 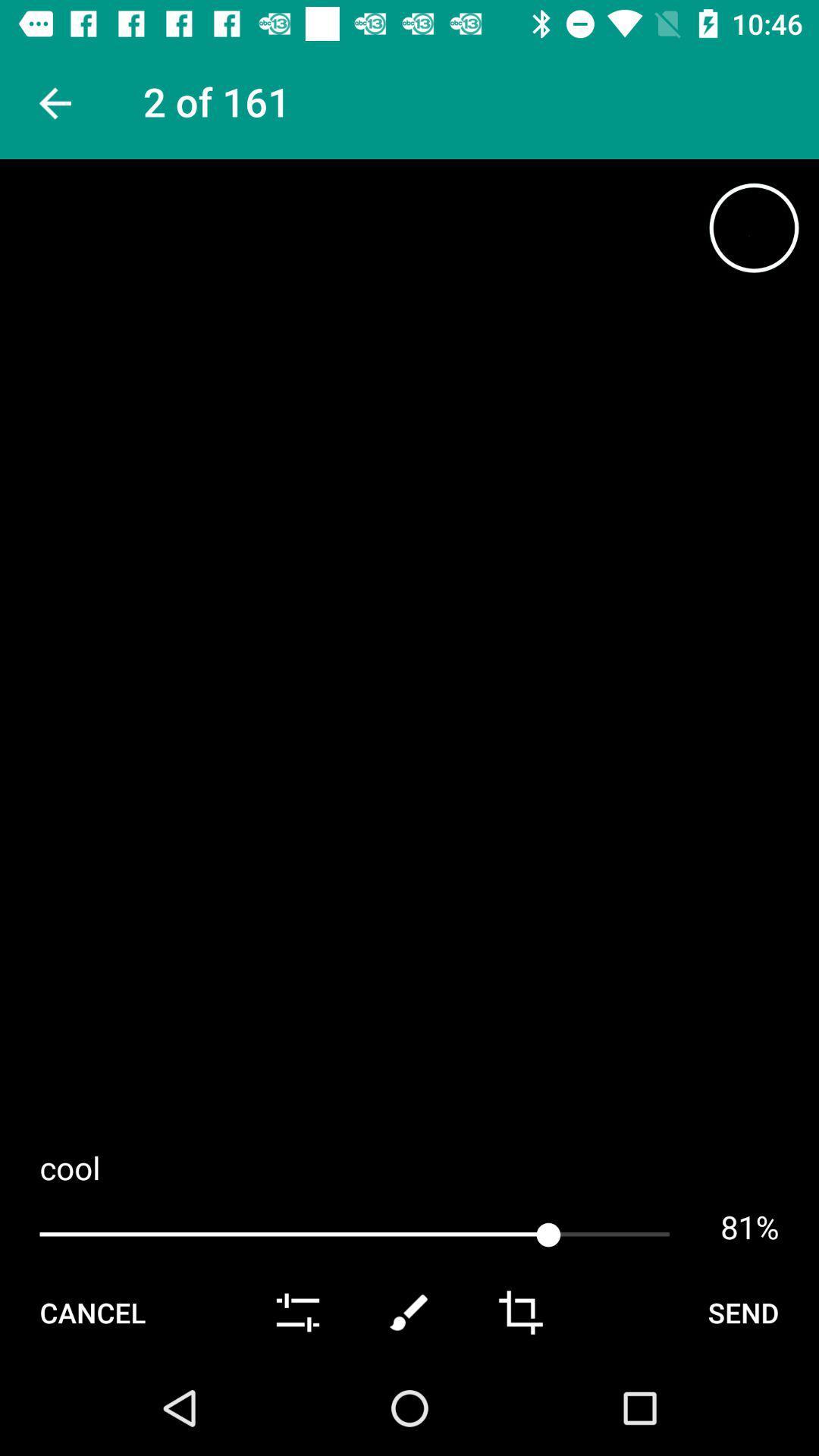 I want to click on the item next to the send app, so click(x=519, y=1312).